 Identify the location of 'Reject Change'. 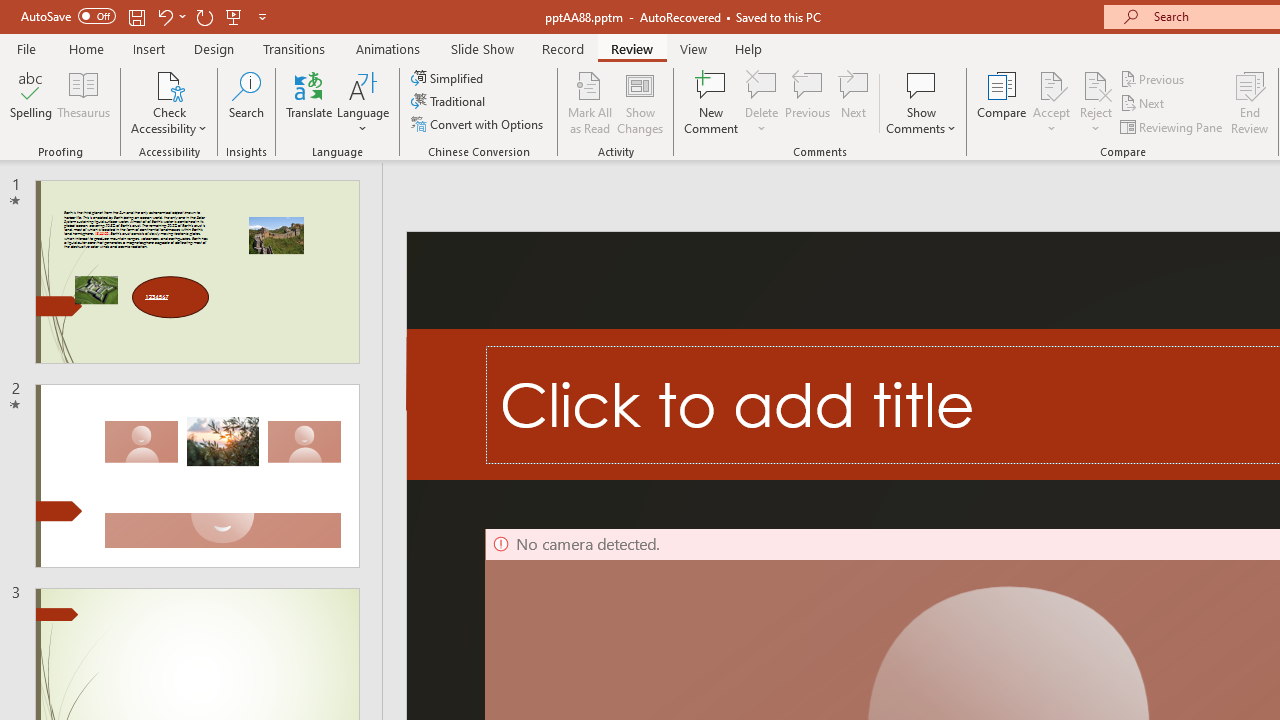
(1095, 84).